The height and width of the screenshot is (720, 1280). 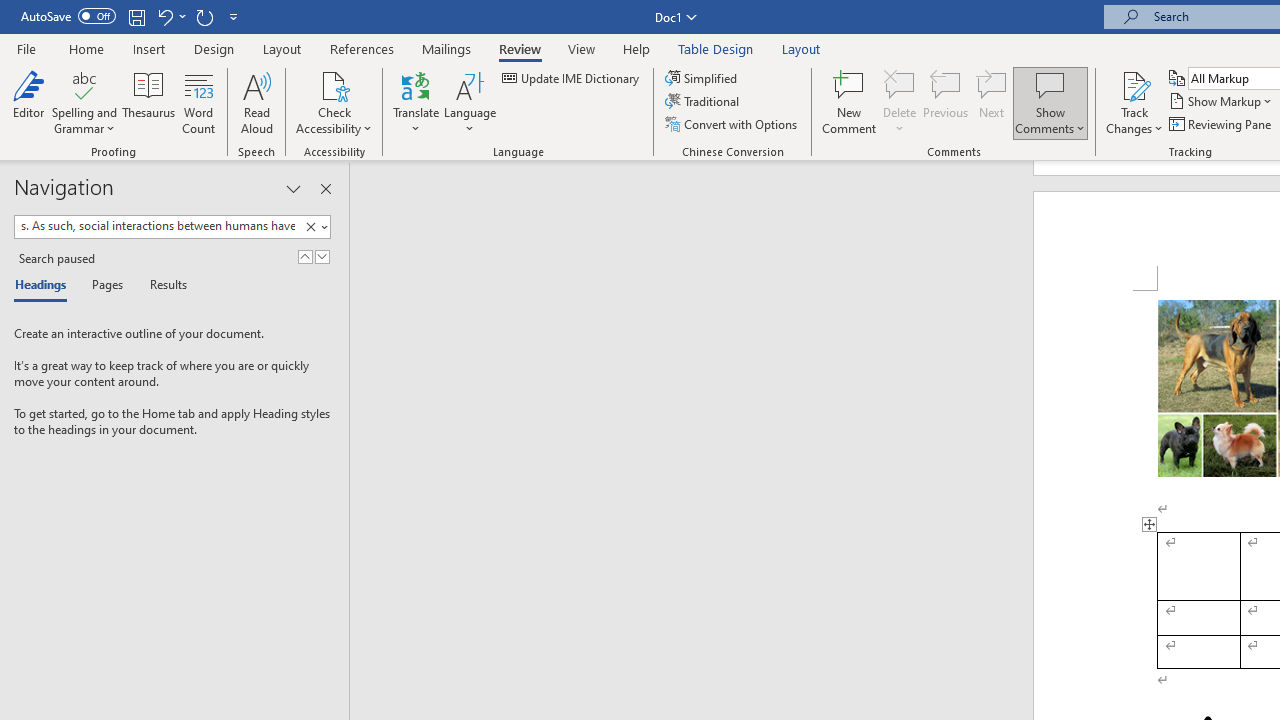 What do you see at coordinates (10, 11) in the screenshot?
I see `'System'` at bounding box center [10, 11].